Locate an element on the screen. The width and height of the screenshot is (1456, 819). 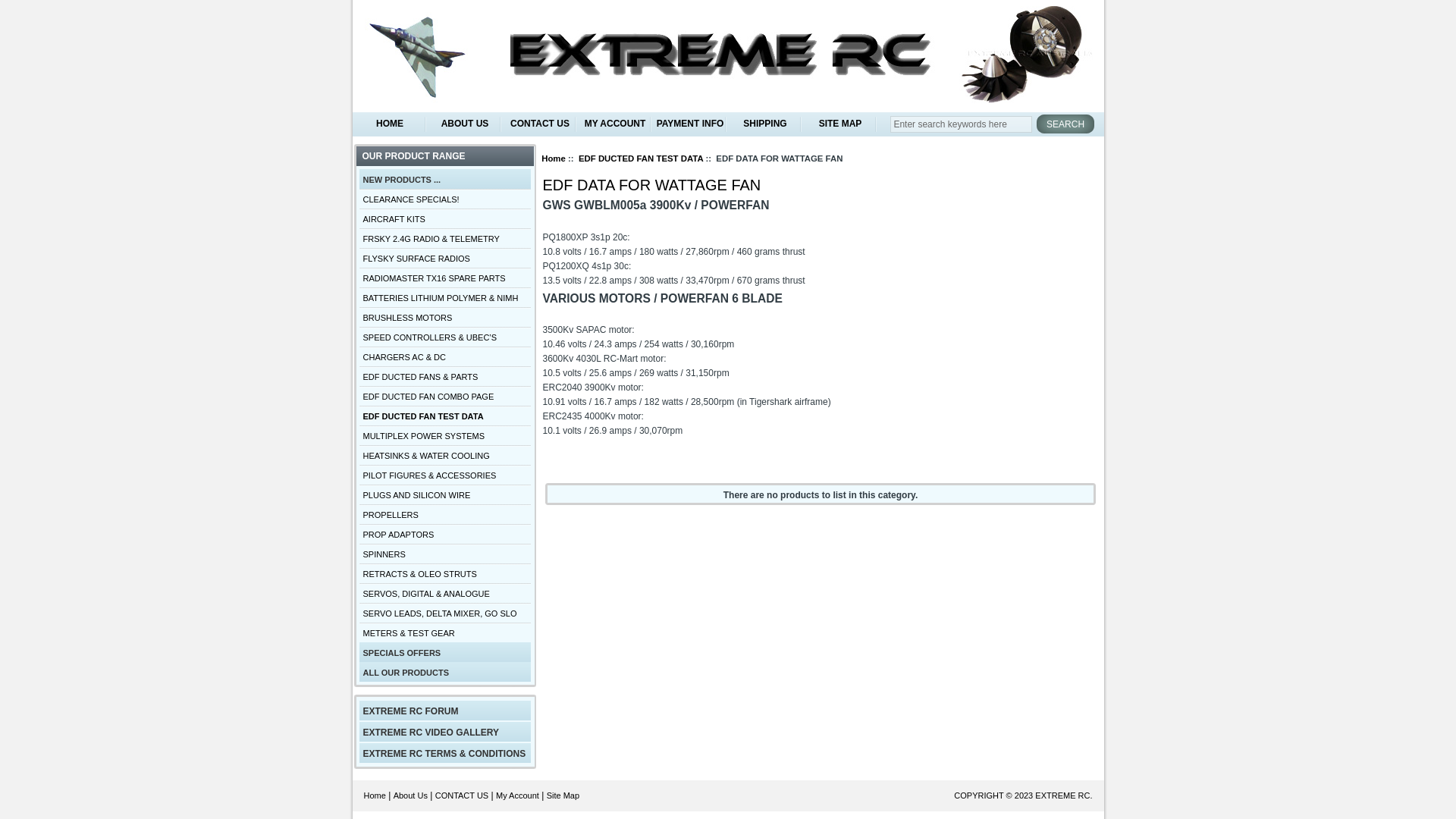
'PAYMENT INFO' is located at coordinates (689, 123).